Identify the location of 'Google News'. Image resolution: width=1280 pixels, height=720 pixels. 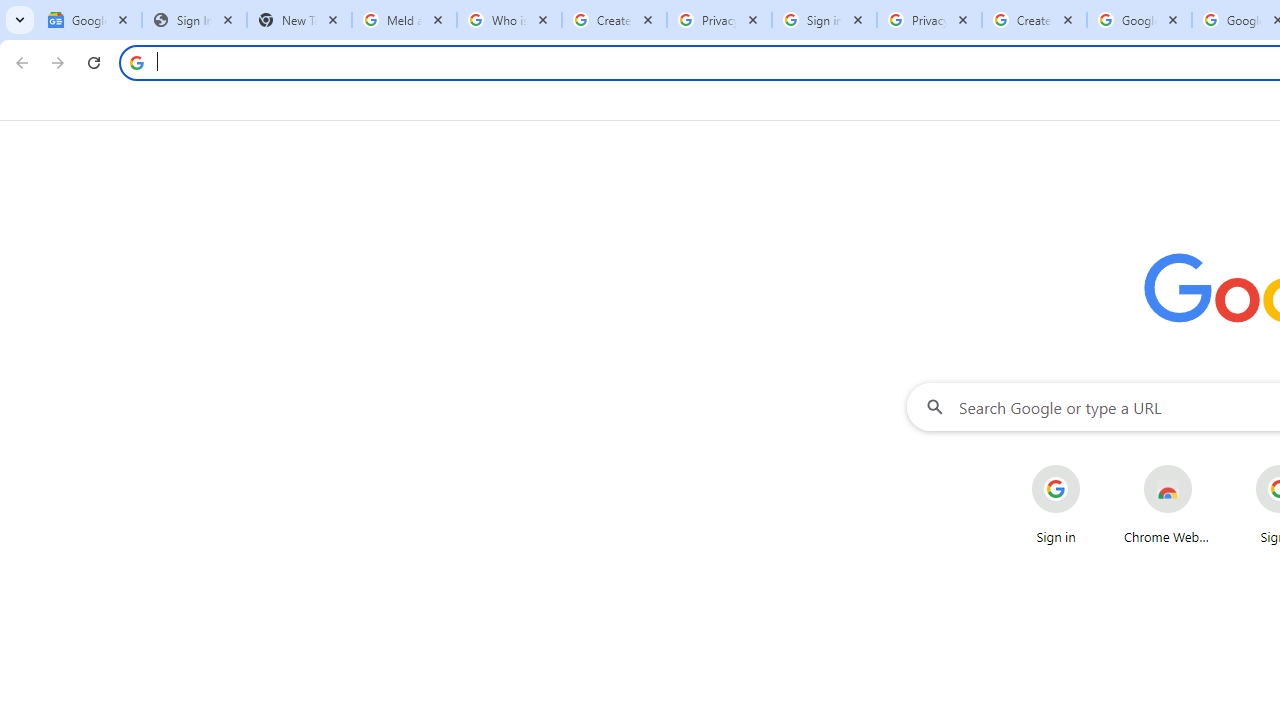
(88, 20).